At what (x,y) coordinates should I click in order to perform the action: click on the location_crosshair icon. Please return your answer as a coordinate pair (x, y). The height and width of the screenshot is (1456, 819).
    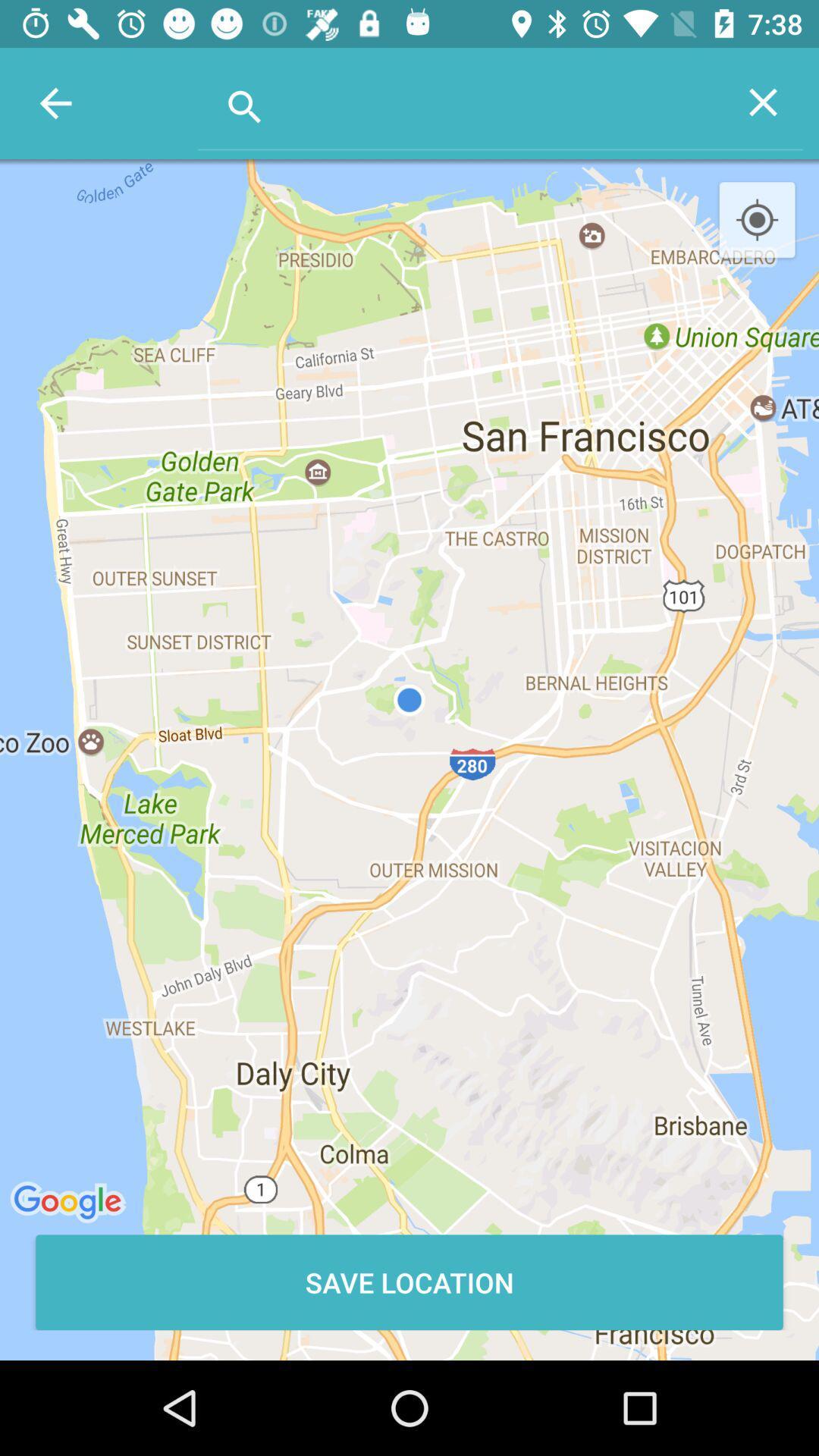
    Looking at the image, I should click on (757, 220).